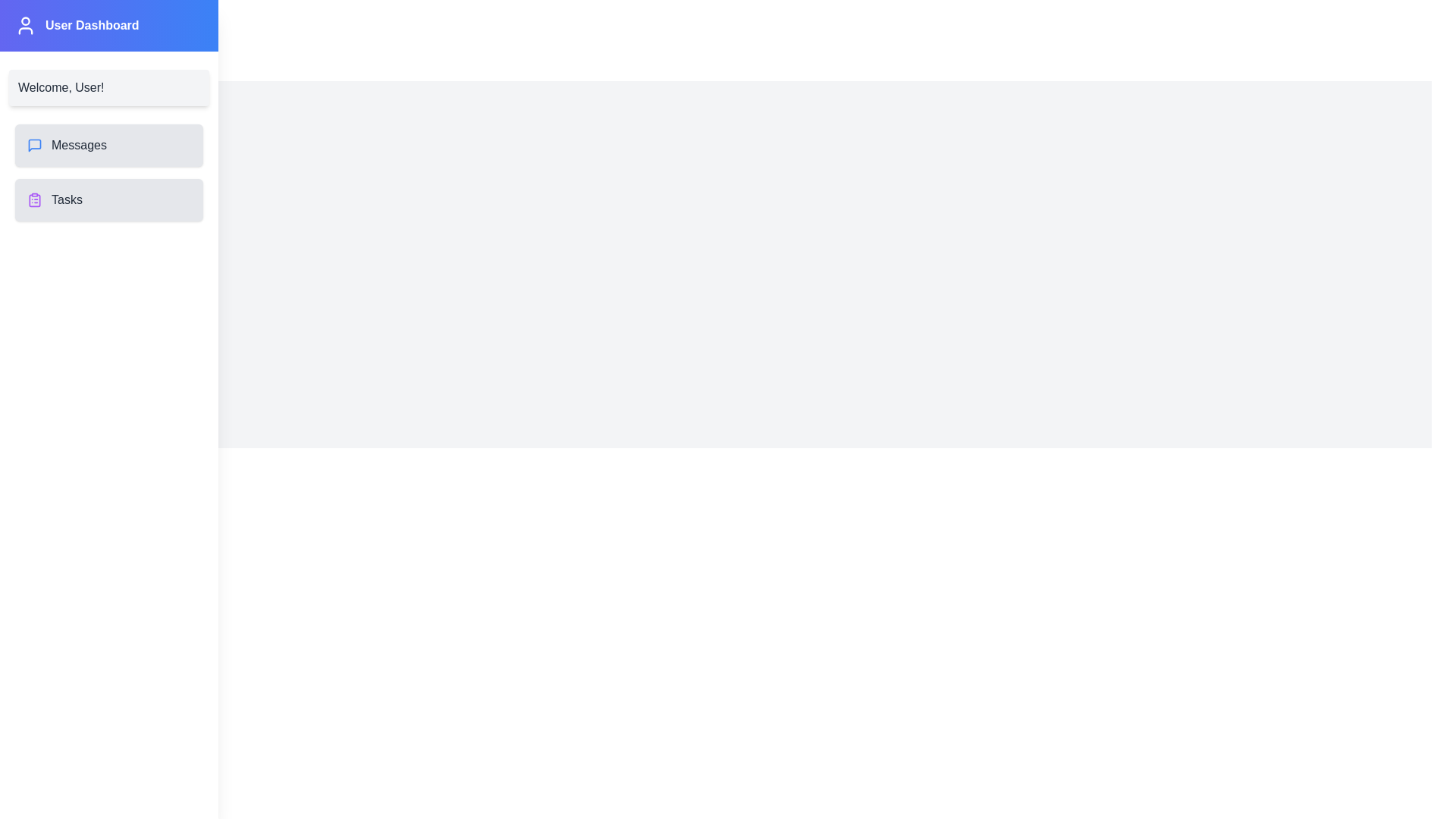 The height and width of the screenshot is (819, 1456). I want to click on the text element Messages for interaction, so click(78, 146).